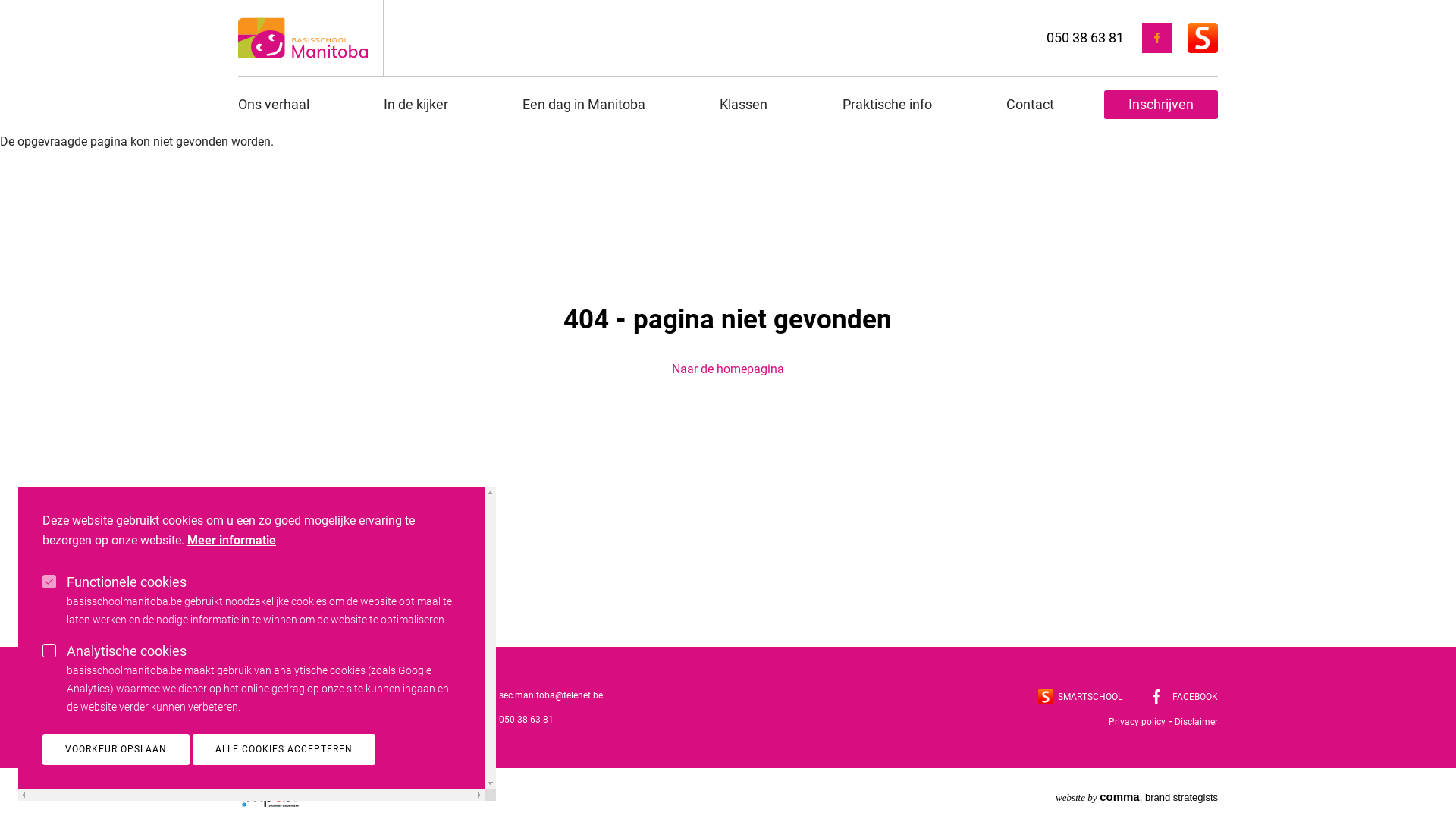 This screenshot has height=819, width=1456. What do you see at coordinates (1084, 36) in the screenshot?
I see `'050 38 63 81'` at bounding box center [1084, 36].